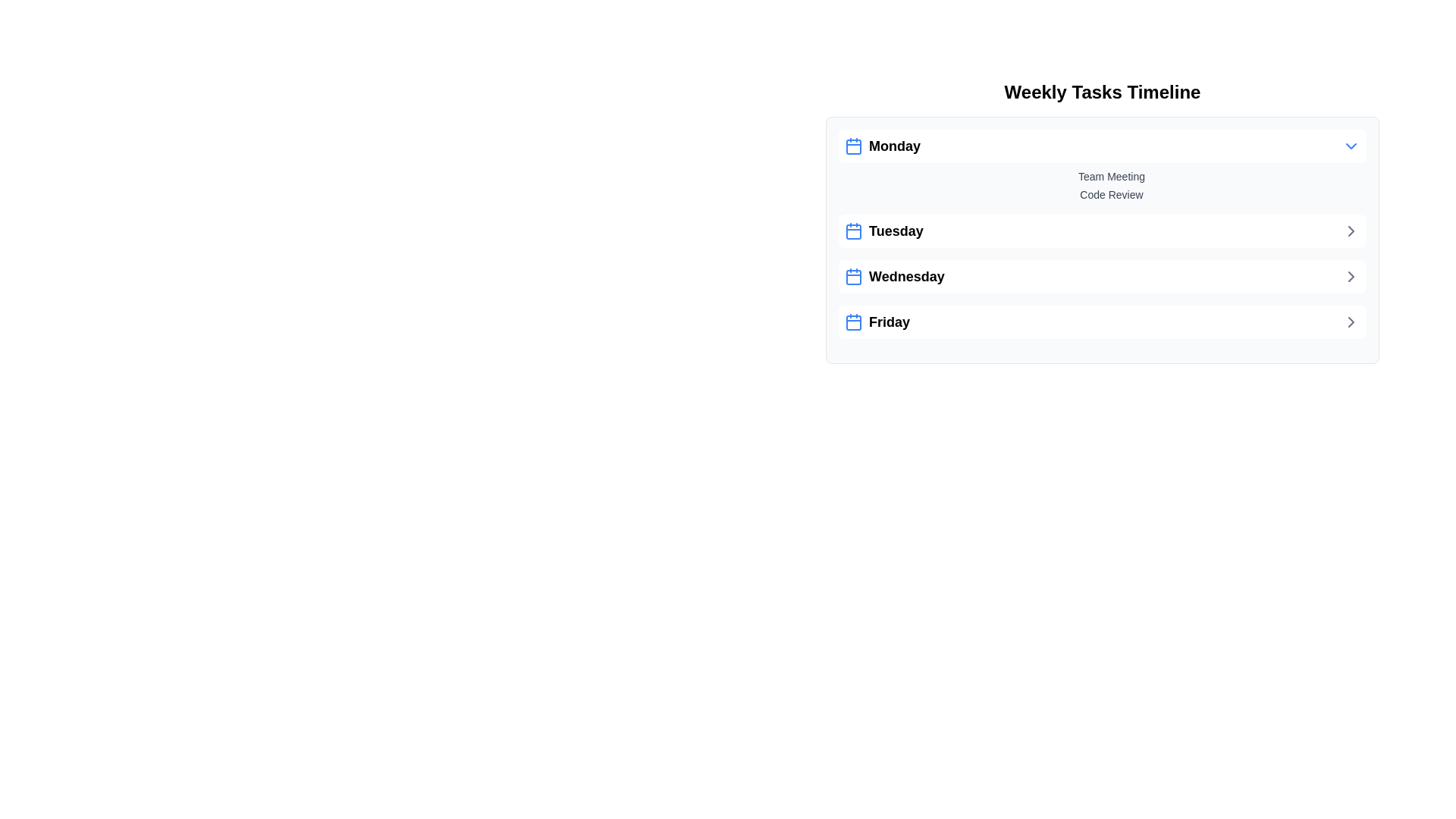 The width and height of the screenshot is (1456, 819). I want to click on the 'Monday' text with adjacent calendar icon element, so click(883, 146).